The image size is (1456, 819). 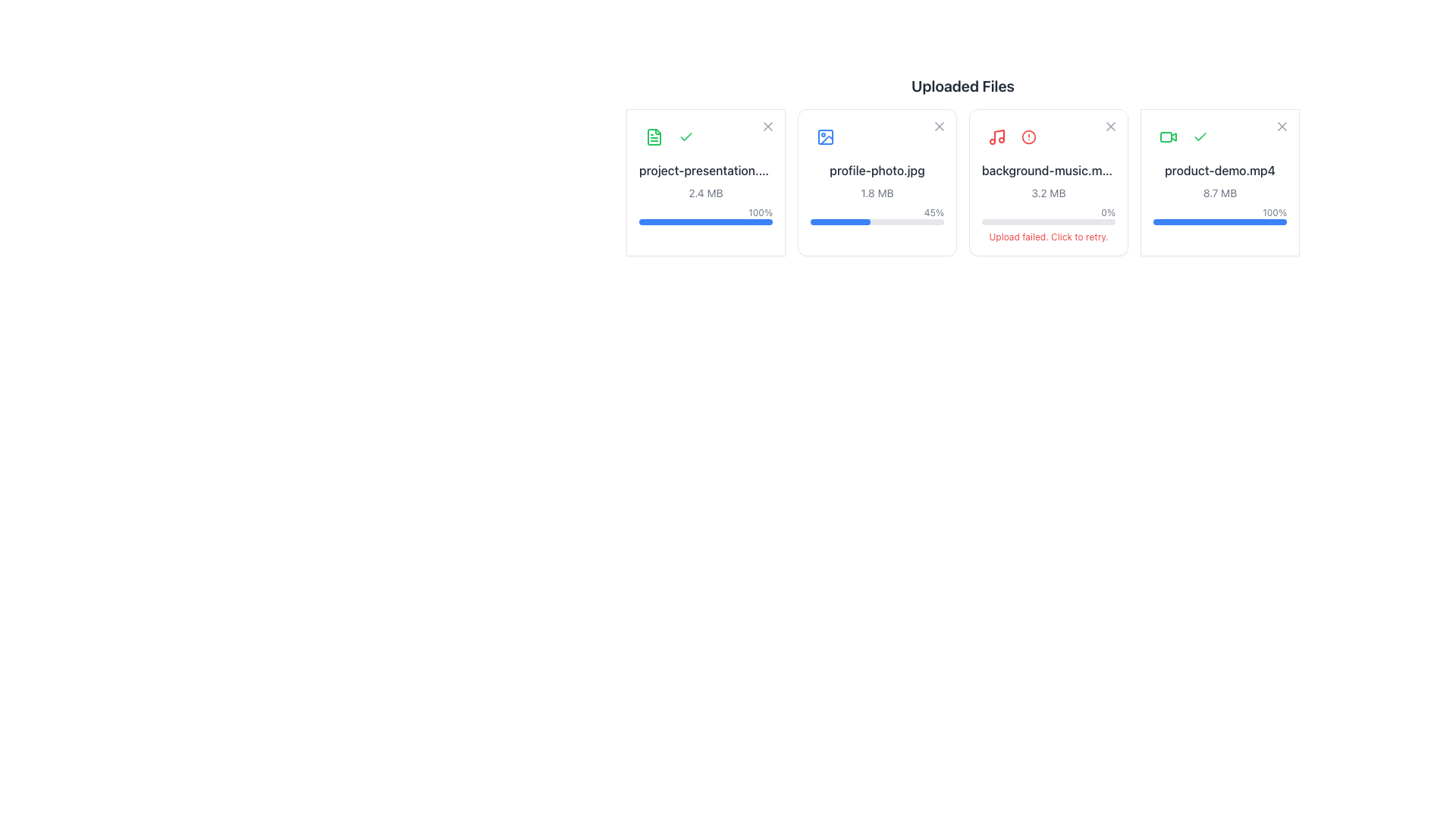 What do you see at coordinates (705, 222) in the screenshot?
I see `the progress bar located at the bottom of the card displaying the uploaded file, which is filled completely with a blue color` at bounding box center [705, 222].